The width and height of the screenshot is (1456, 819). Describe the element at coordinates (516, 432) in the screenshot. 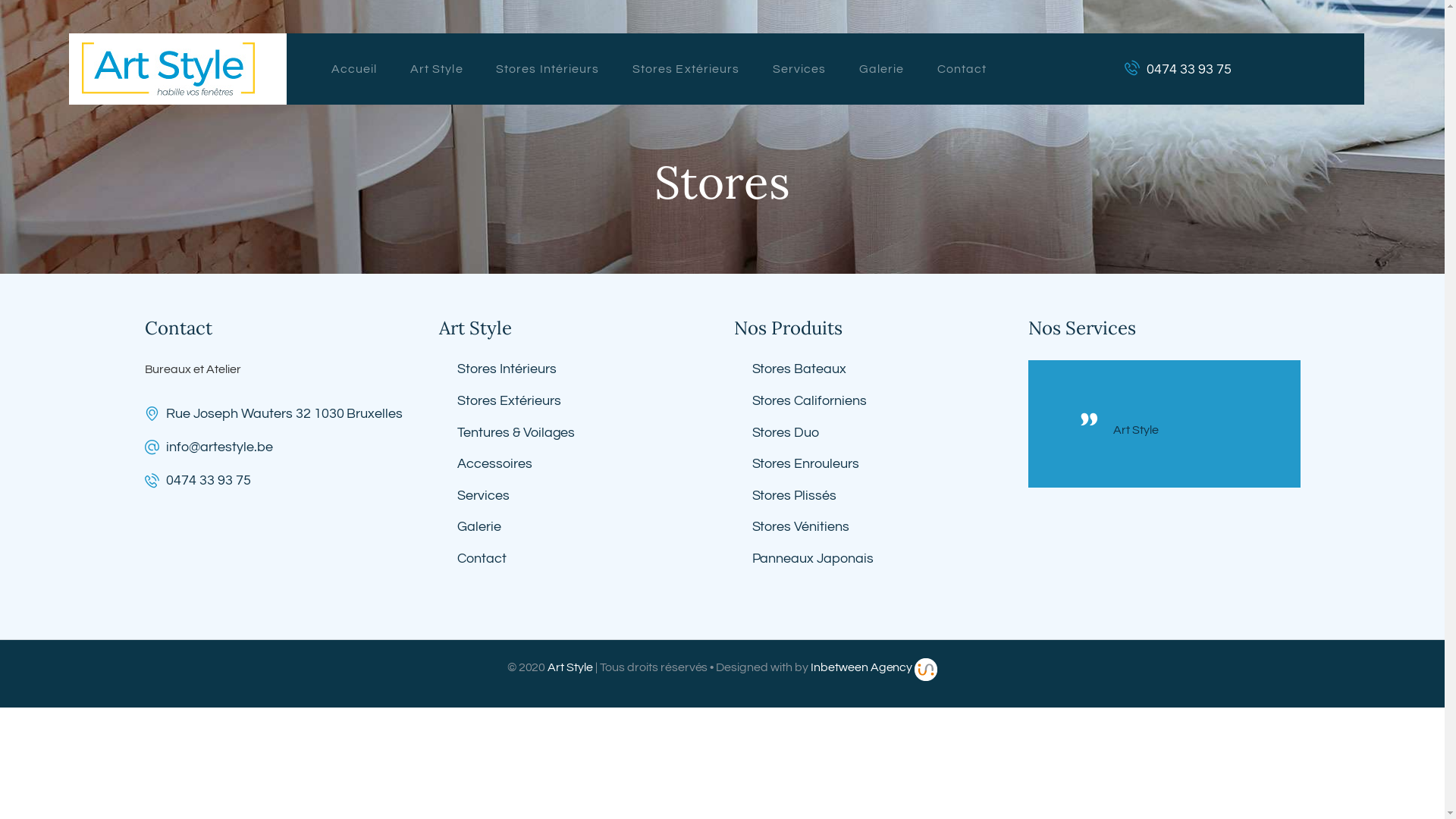

I see `'Tentures & Voilages'` at that location.